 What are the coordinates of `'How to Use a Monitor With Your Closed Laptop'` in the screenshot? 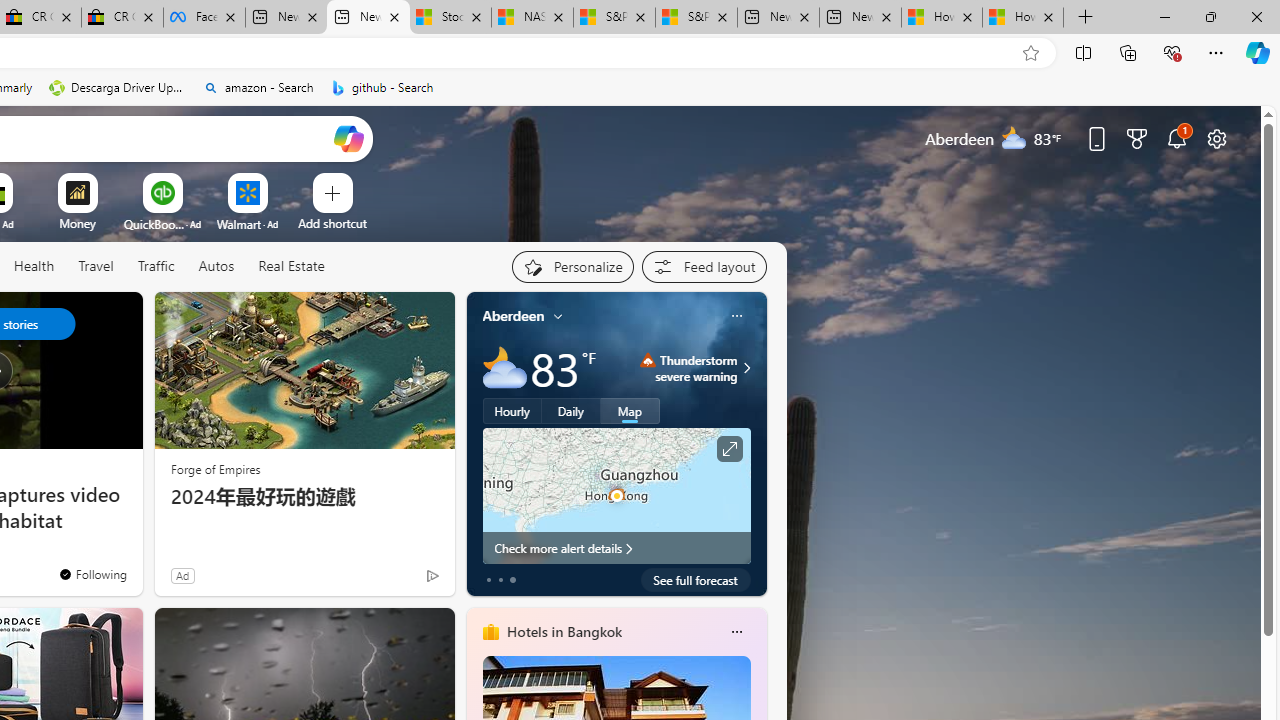 It's located at (1023, 17).